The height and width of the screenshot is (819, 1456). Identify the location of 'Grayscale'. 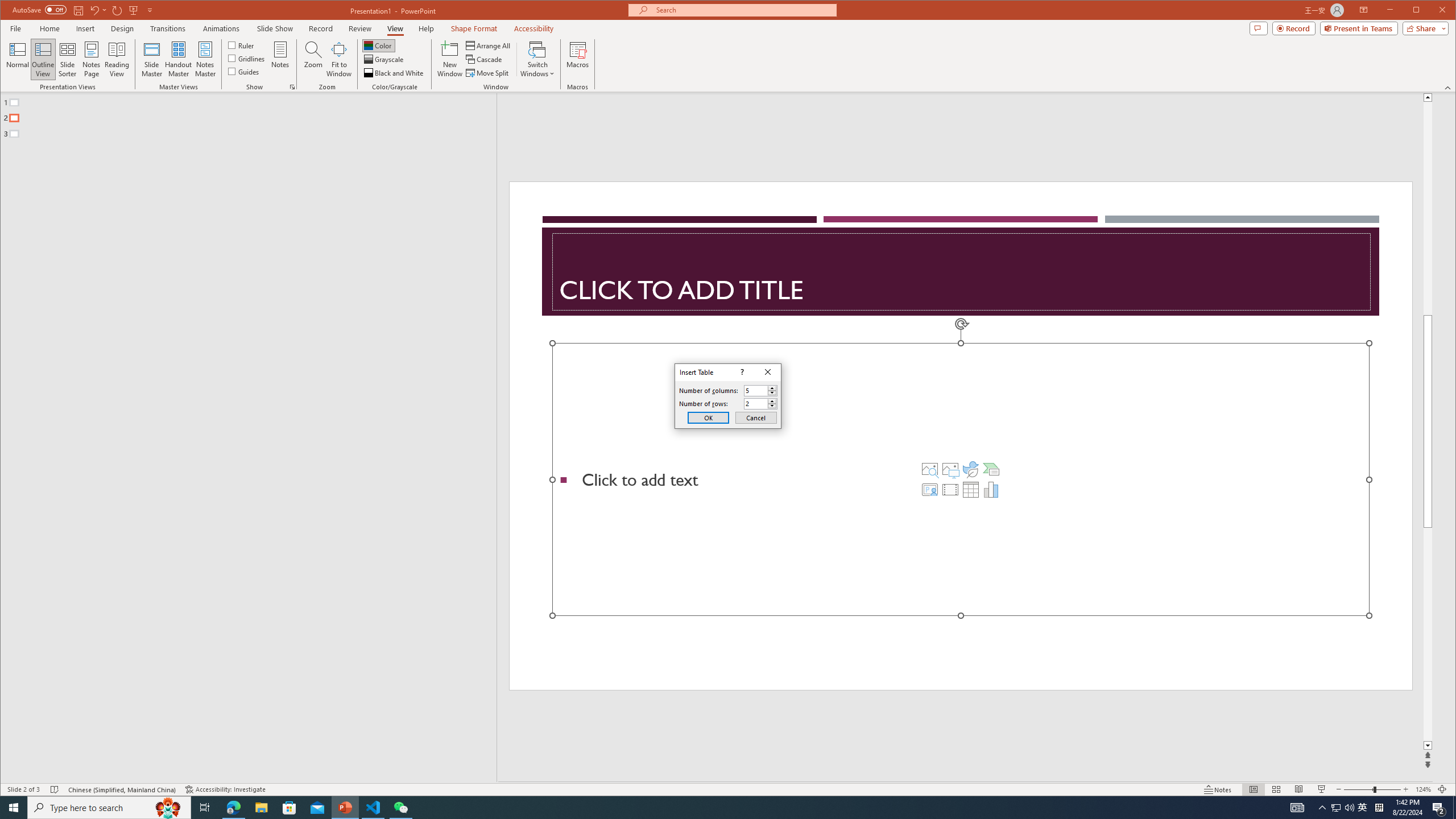
(384, 59).